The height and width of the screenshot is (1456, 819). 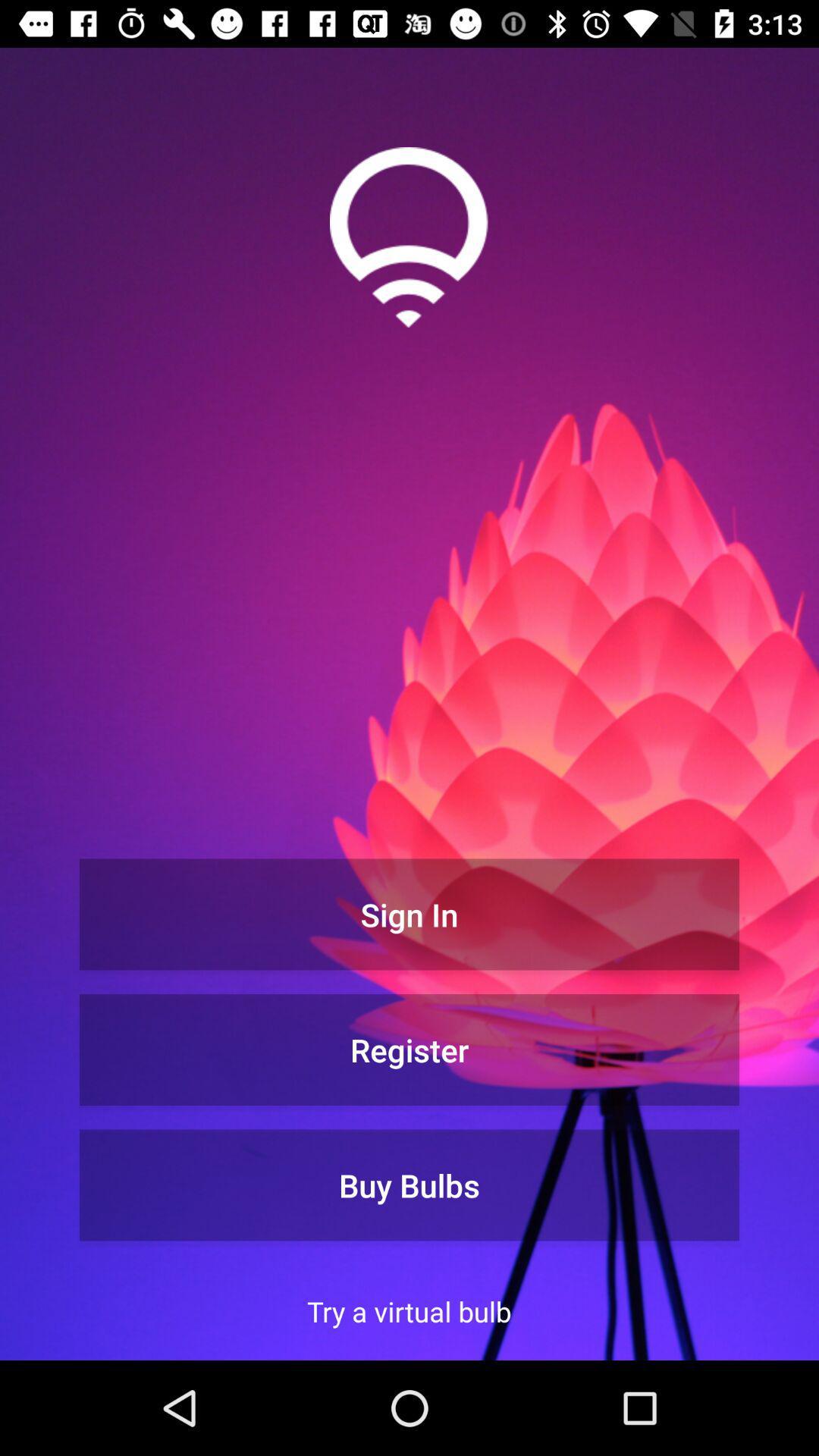 I want to click on the icon above the buy bulbs item, so click(x=409, y=1049).